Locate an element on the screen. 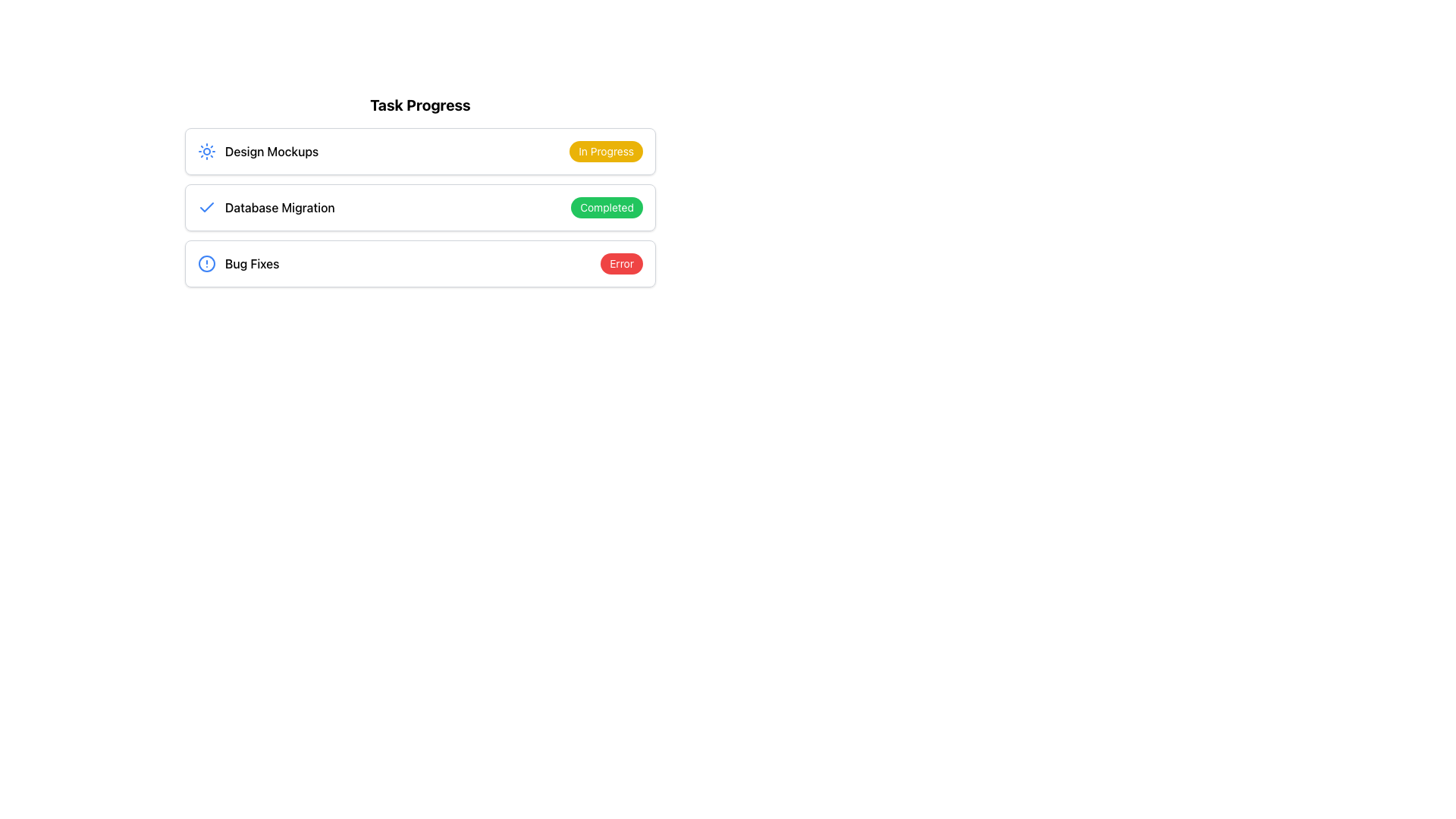 The width and height of the screenshot is (1456, 819). the visual indicator icon that represents a completed status or verified task, located to the left of the 'Database Migration' text label is located at coordinates (206, 207).